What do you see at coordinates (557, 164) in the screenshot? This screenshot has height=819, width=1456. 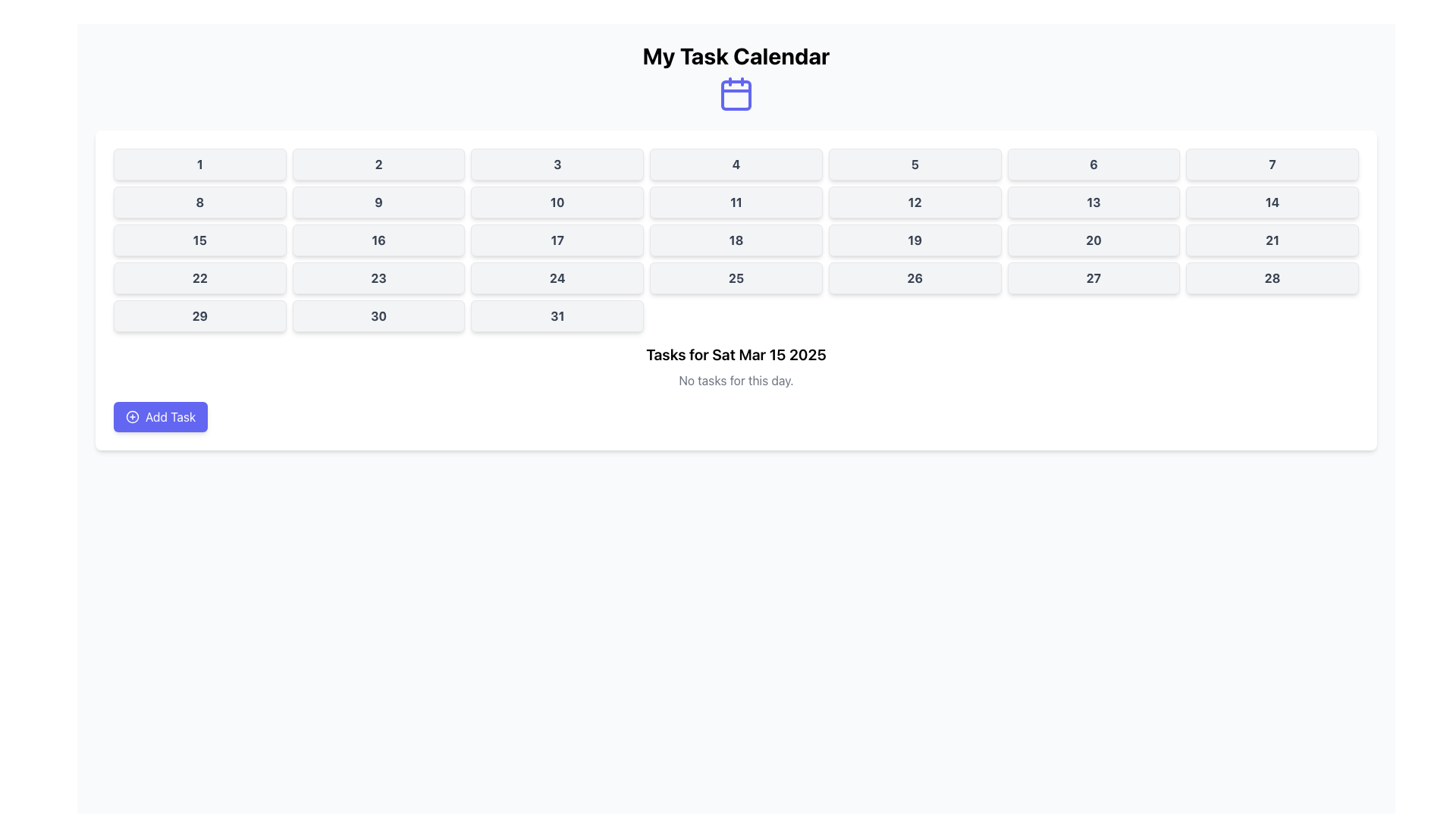 I see `the button representing the third day in the calendar` at bounding box center [557, 164].